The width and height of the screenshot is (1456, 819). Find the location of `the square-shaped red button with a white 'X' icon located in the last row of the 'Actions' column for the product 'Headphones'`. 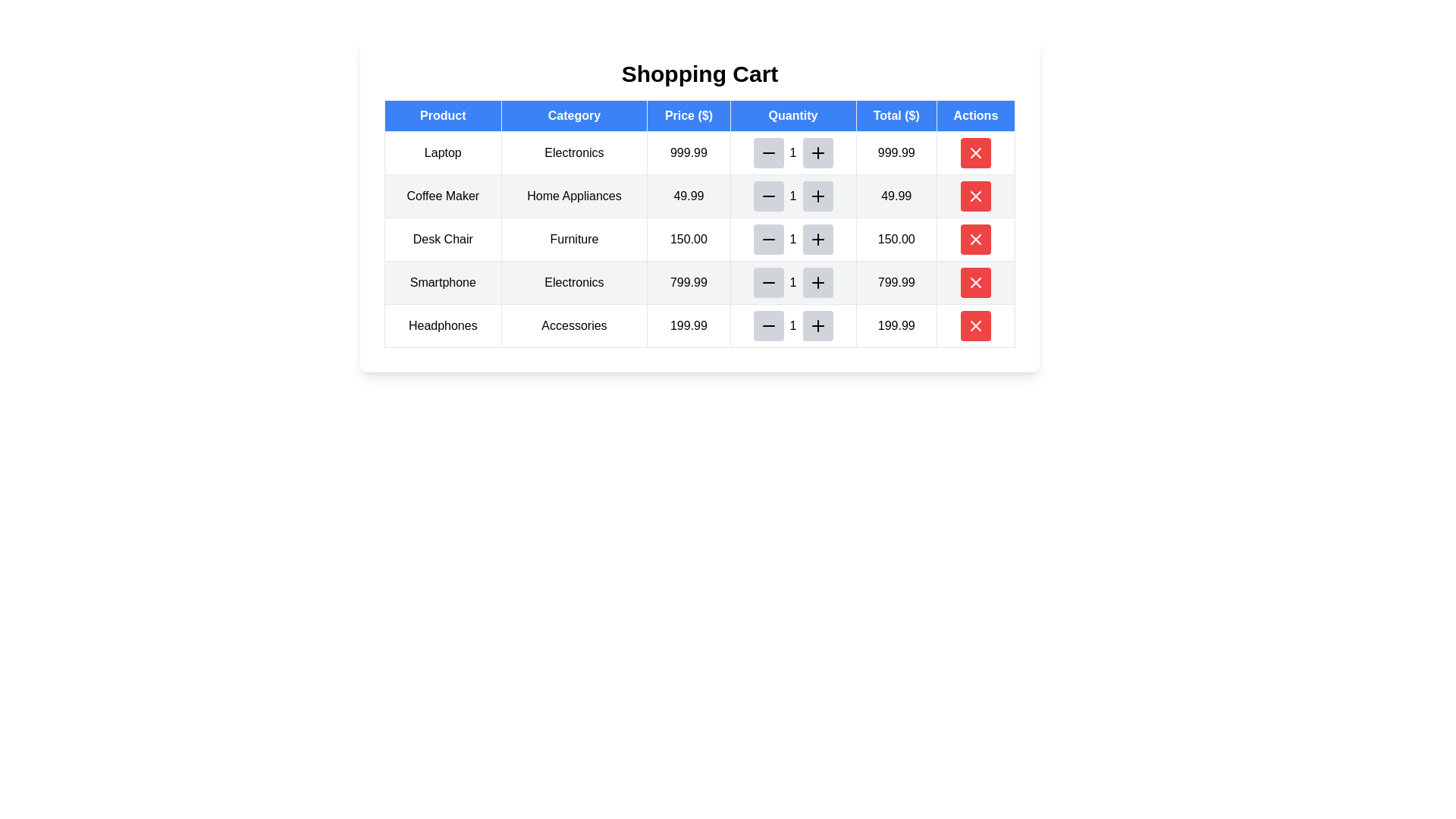

the square-shaped red button with a white 'X' icon located in the last row of the 'Actions' column for the product 'Headphones' is located at coordinates (975, 325).